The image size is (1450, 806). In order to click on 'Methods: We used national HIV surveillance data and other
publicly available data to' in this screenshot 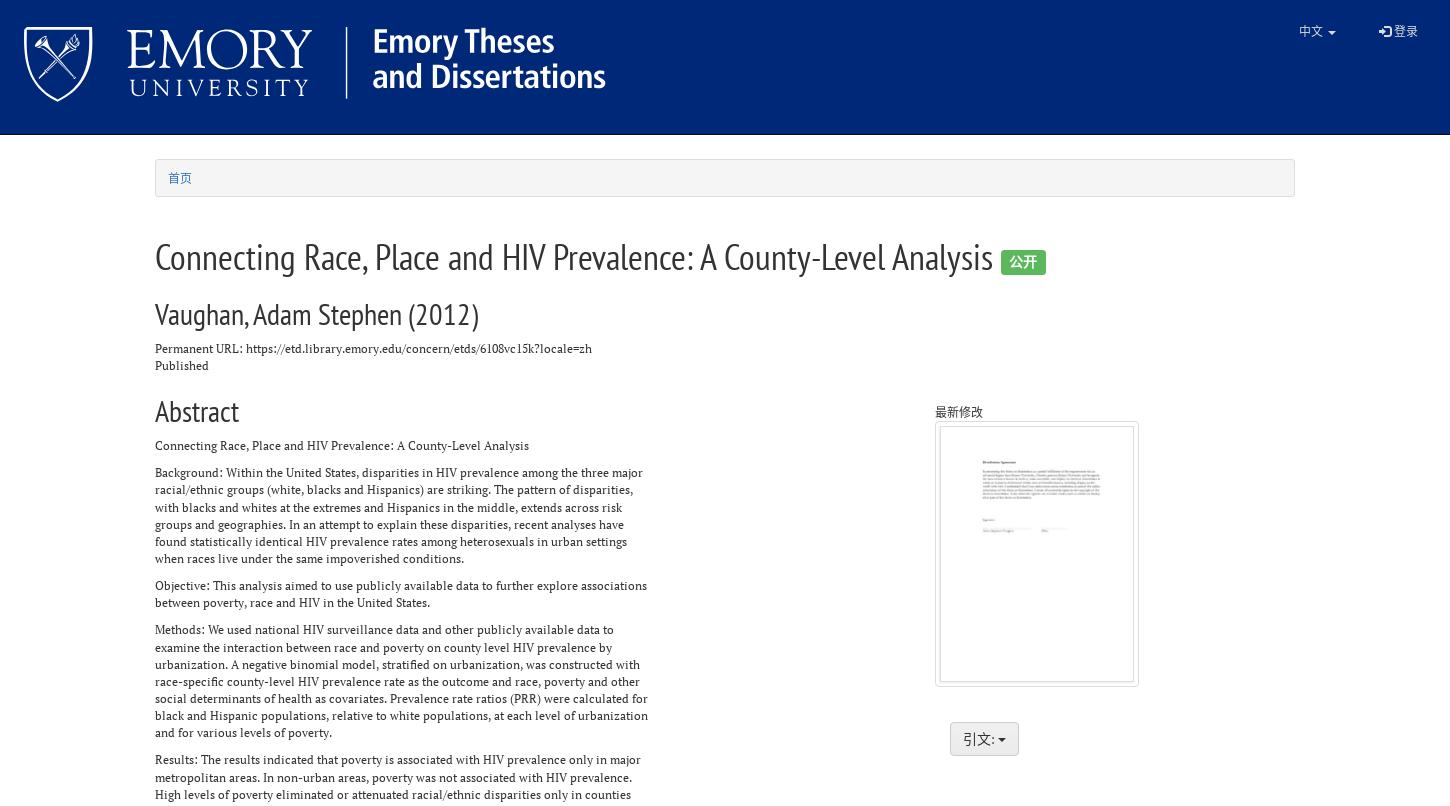, I will do `click(383, 628)`.